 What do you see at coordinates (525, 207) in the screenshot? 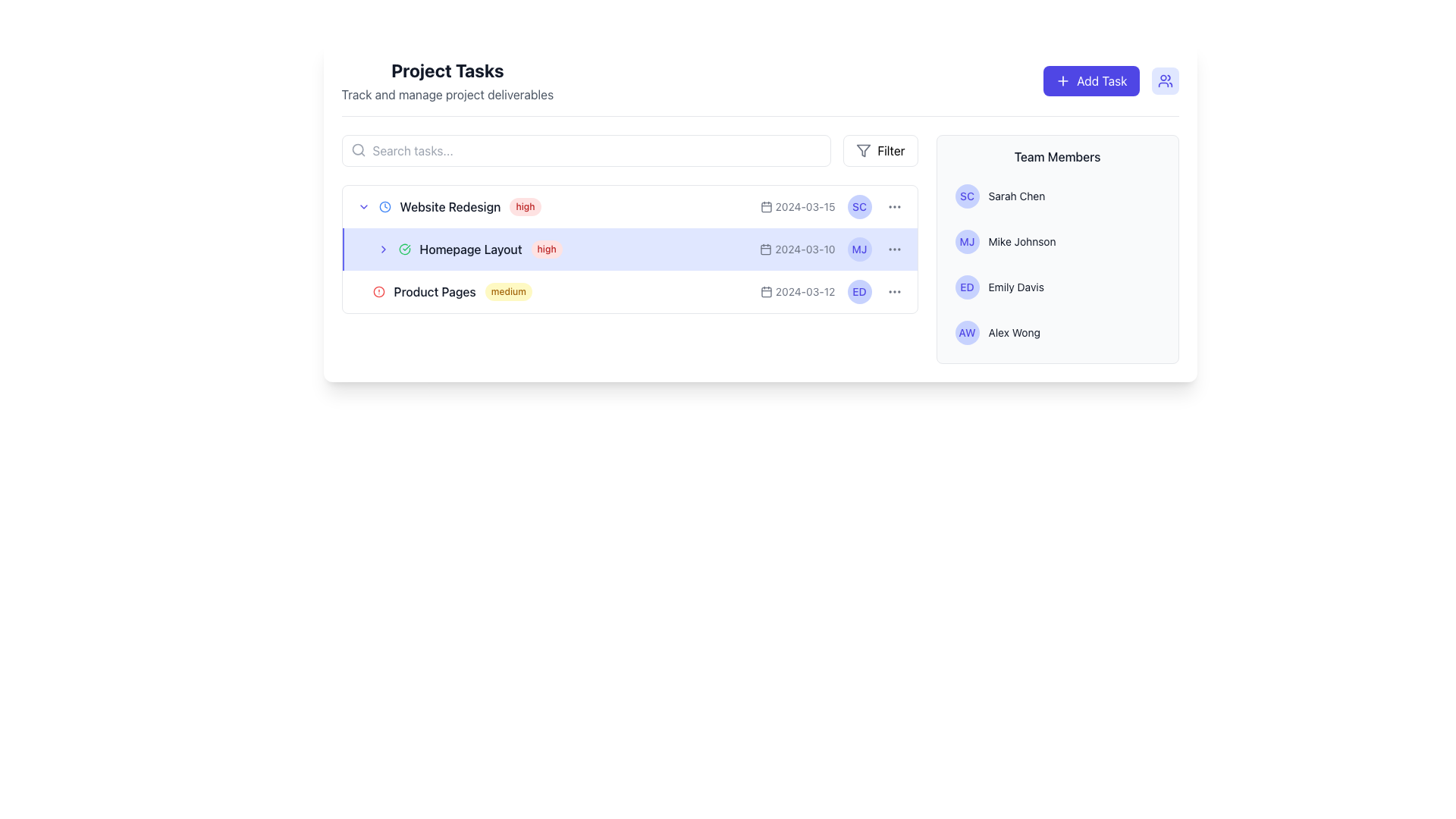
I see `the 'high' priority badge located to the right of the 'Website Redesign' task title in the task list` at bounding box center [525, 207].